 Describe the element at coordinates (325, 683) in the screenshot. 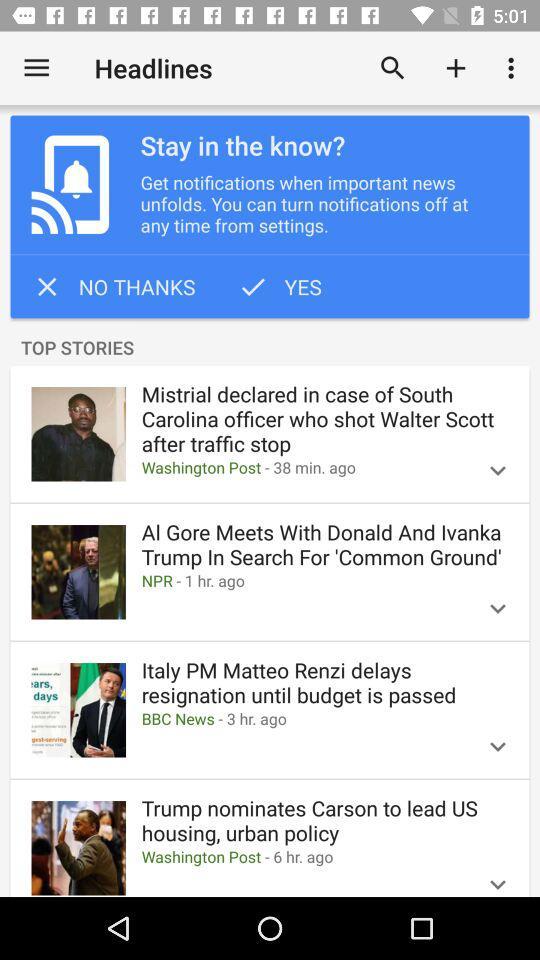

I see `italy pm matteo` at that location.